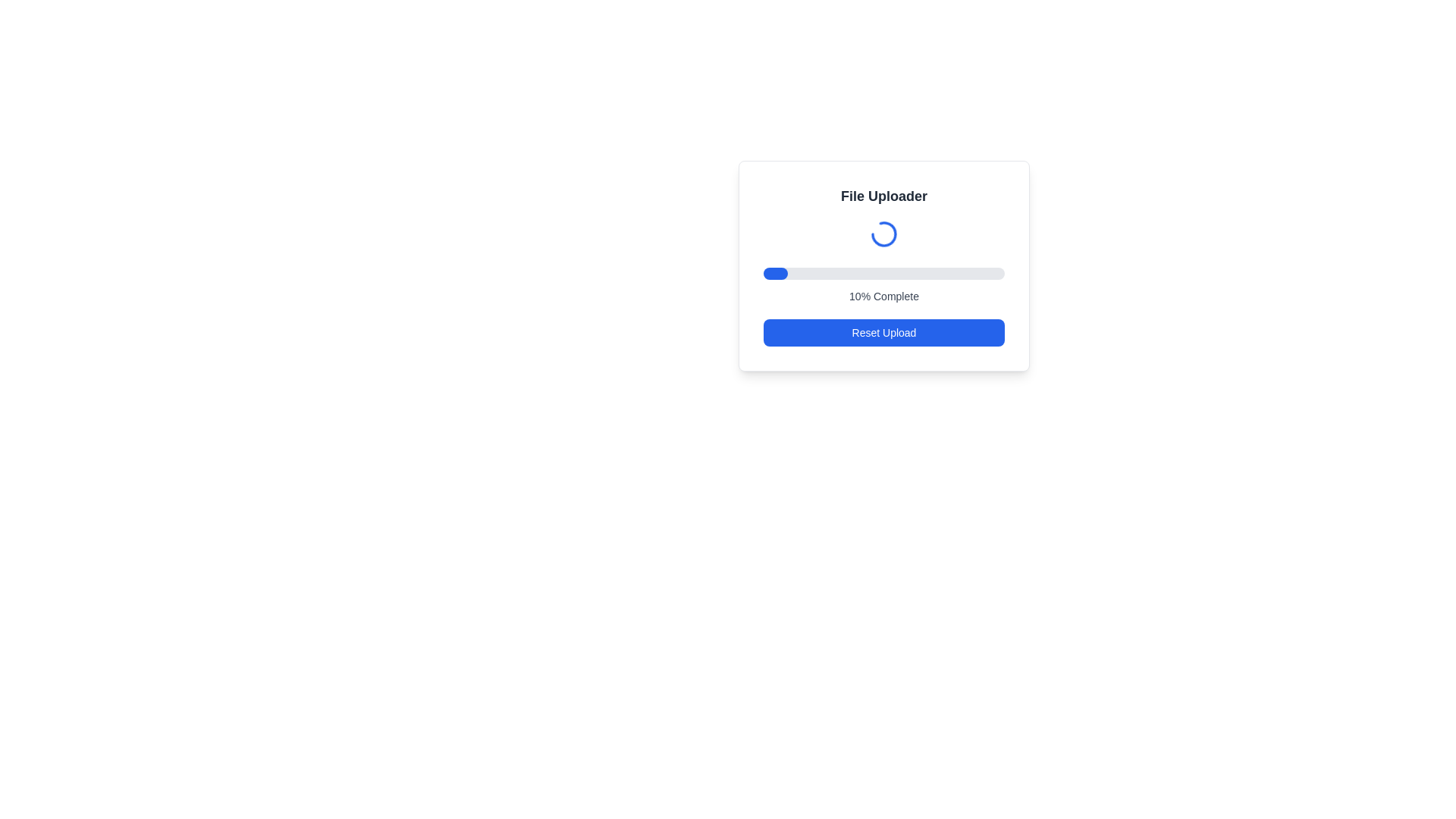 This screenshot has height=819, width=1456. Describe the element at coordinates (884, 296) in the screenshot. I see `the text label displaying '0% Complete', which is styled with a small, centered, gray font and located below a horizontal progress bar` at that location.